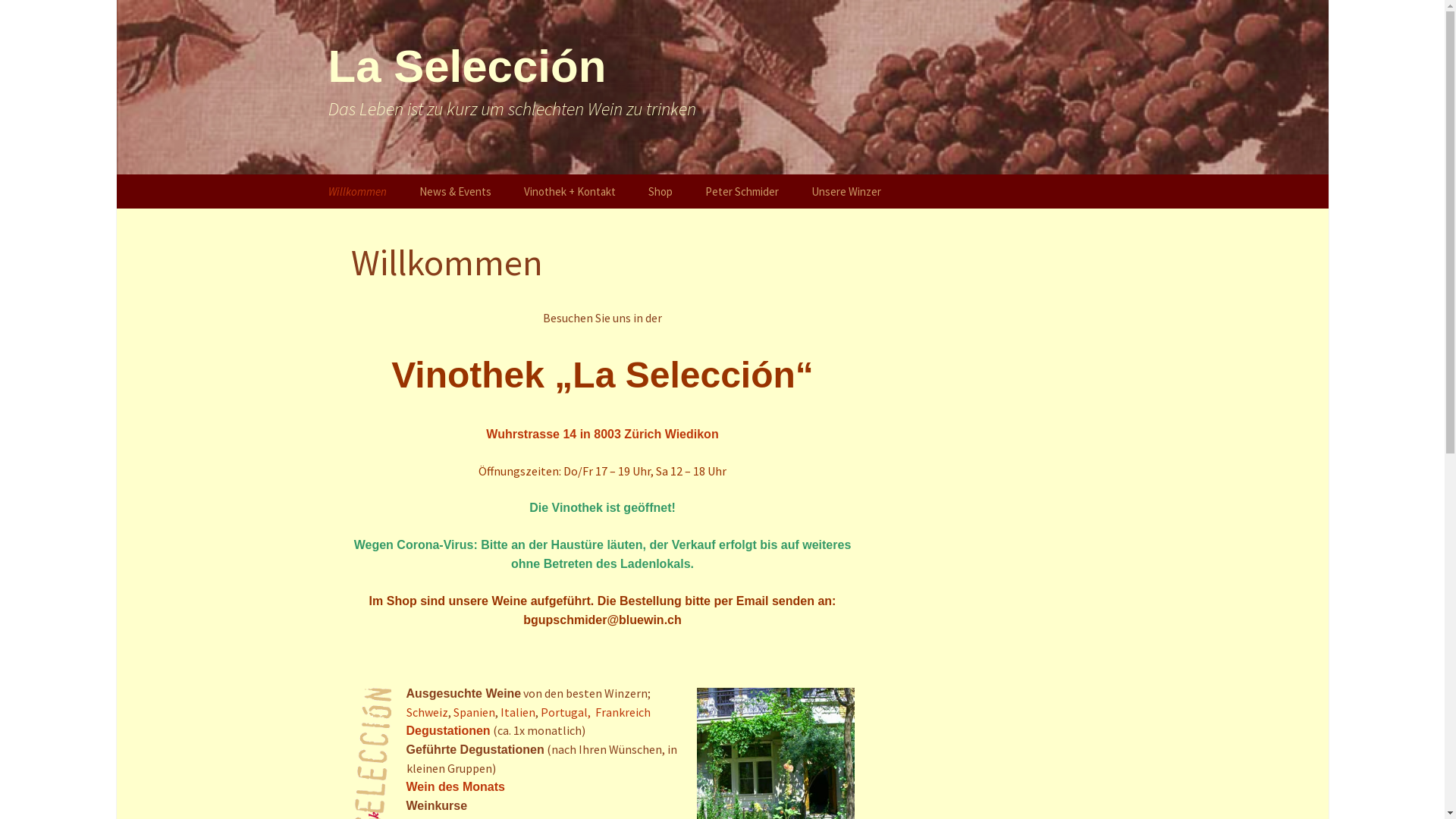 The width and height of the screenshot is (1456, 819). I want to click on 'Degustationen', so click(447, 730).